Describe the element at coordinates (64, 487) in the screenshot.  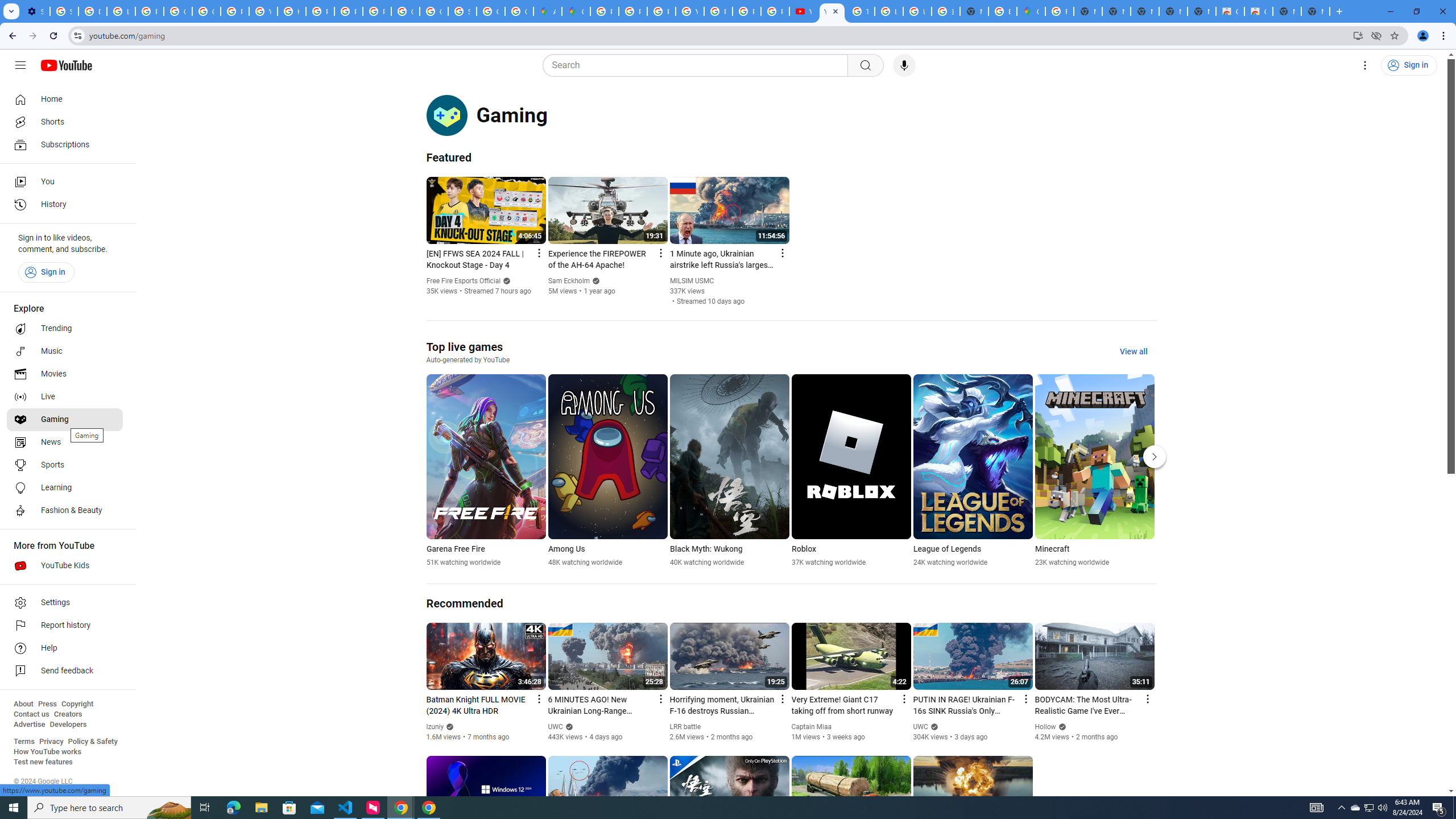
I see `'Learning'` at that location.